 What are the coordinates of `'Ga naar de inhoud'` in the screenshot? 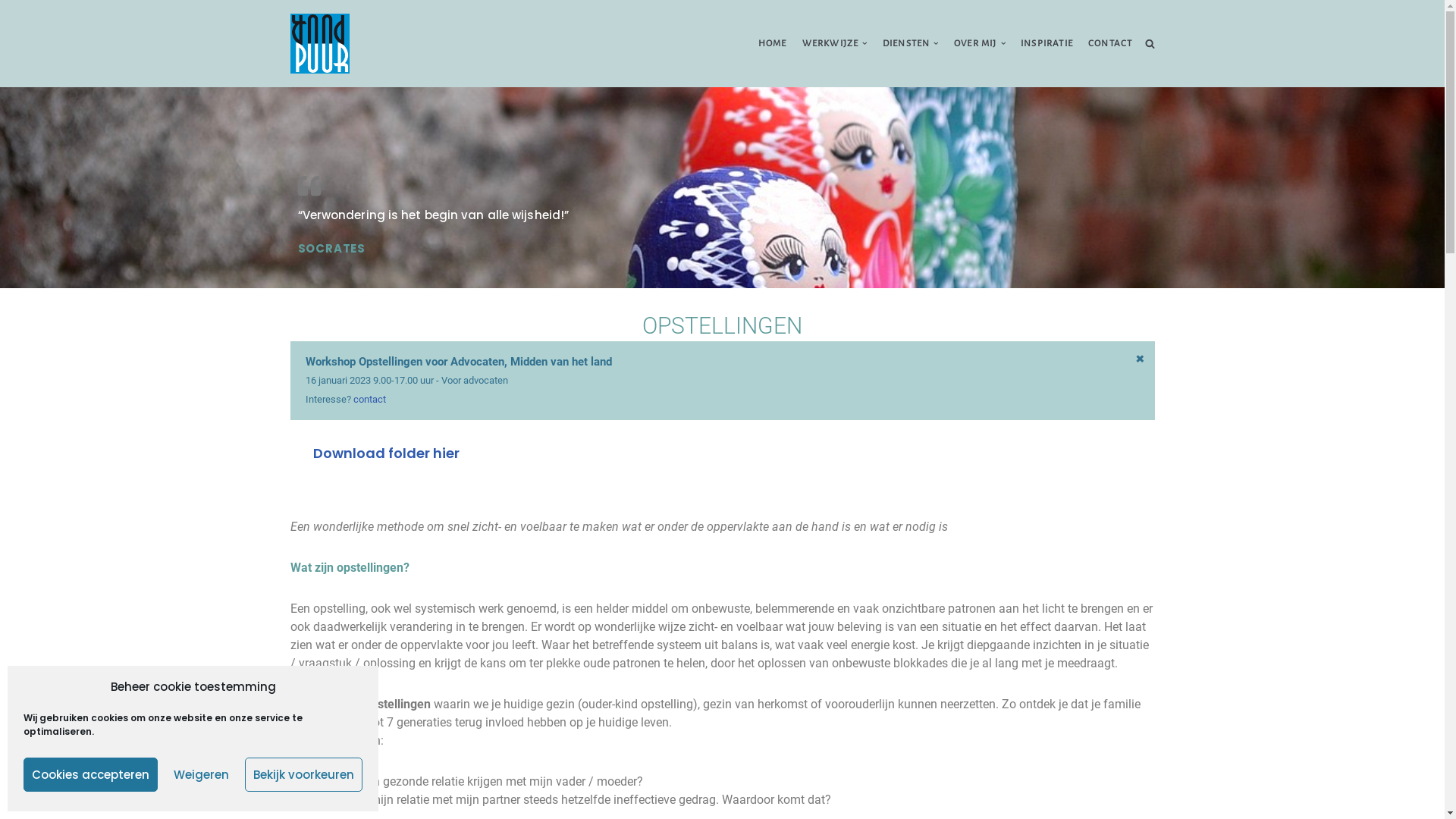 It's located at (11, 32).